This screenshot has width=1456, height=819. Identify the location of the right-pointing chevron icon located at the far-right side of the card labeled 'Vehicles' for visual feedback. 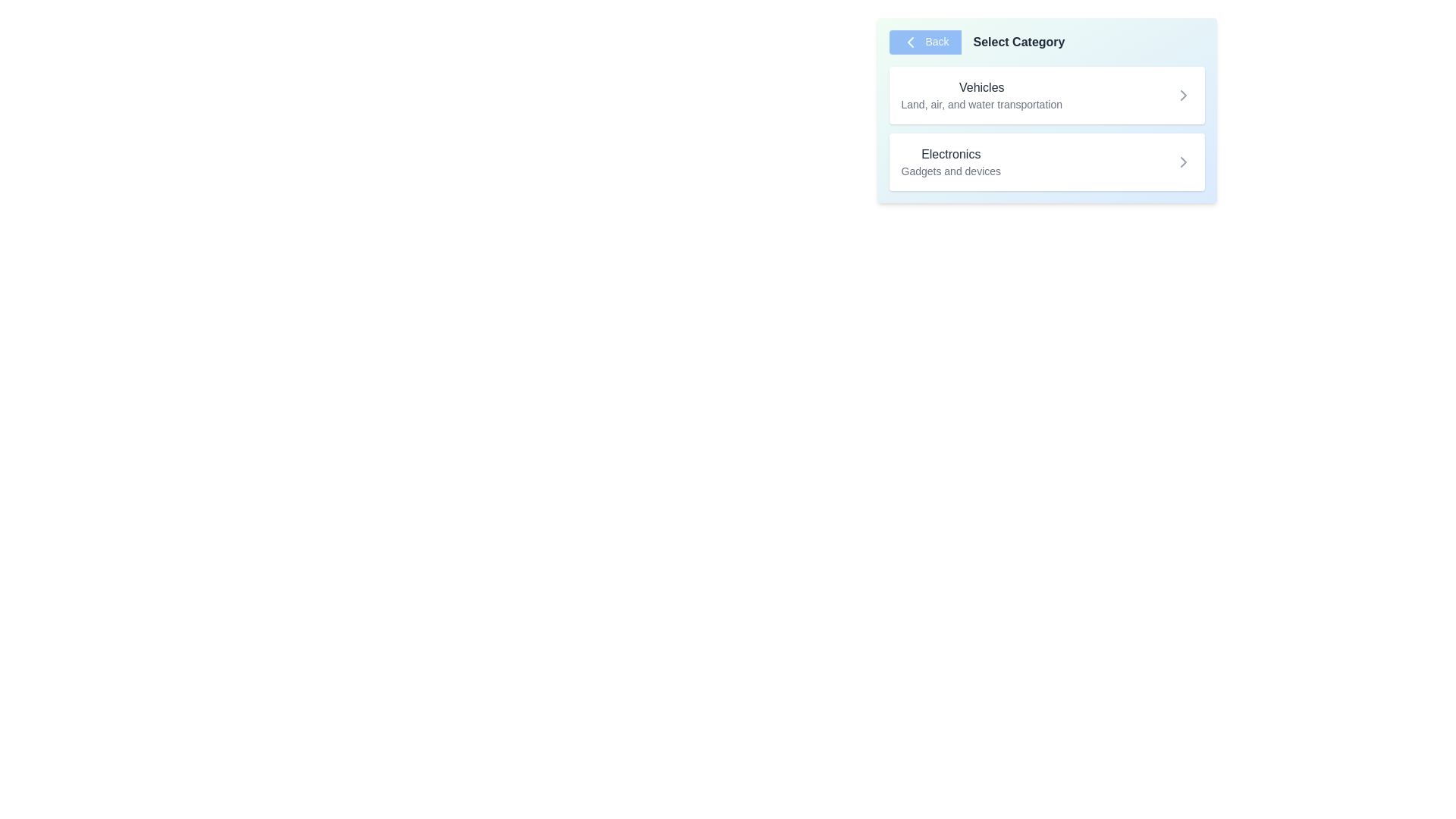
(1182, 96).